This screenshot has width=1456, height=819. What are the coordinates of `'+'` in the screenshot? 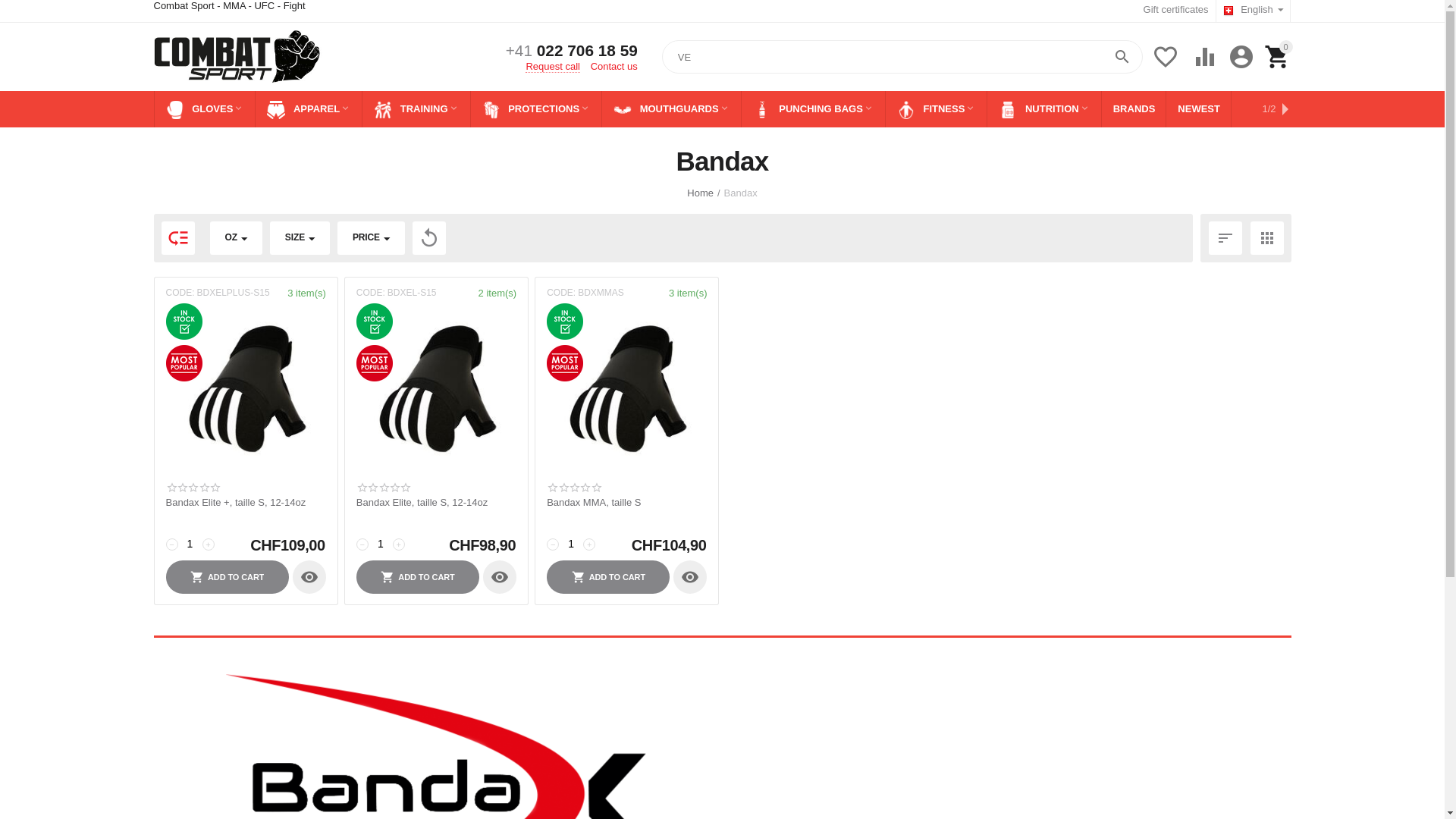 It's located at (206, 543).